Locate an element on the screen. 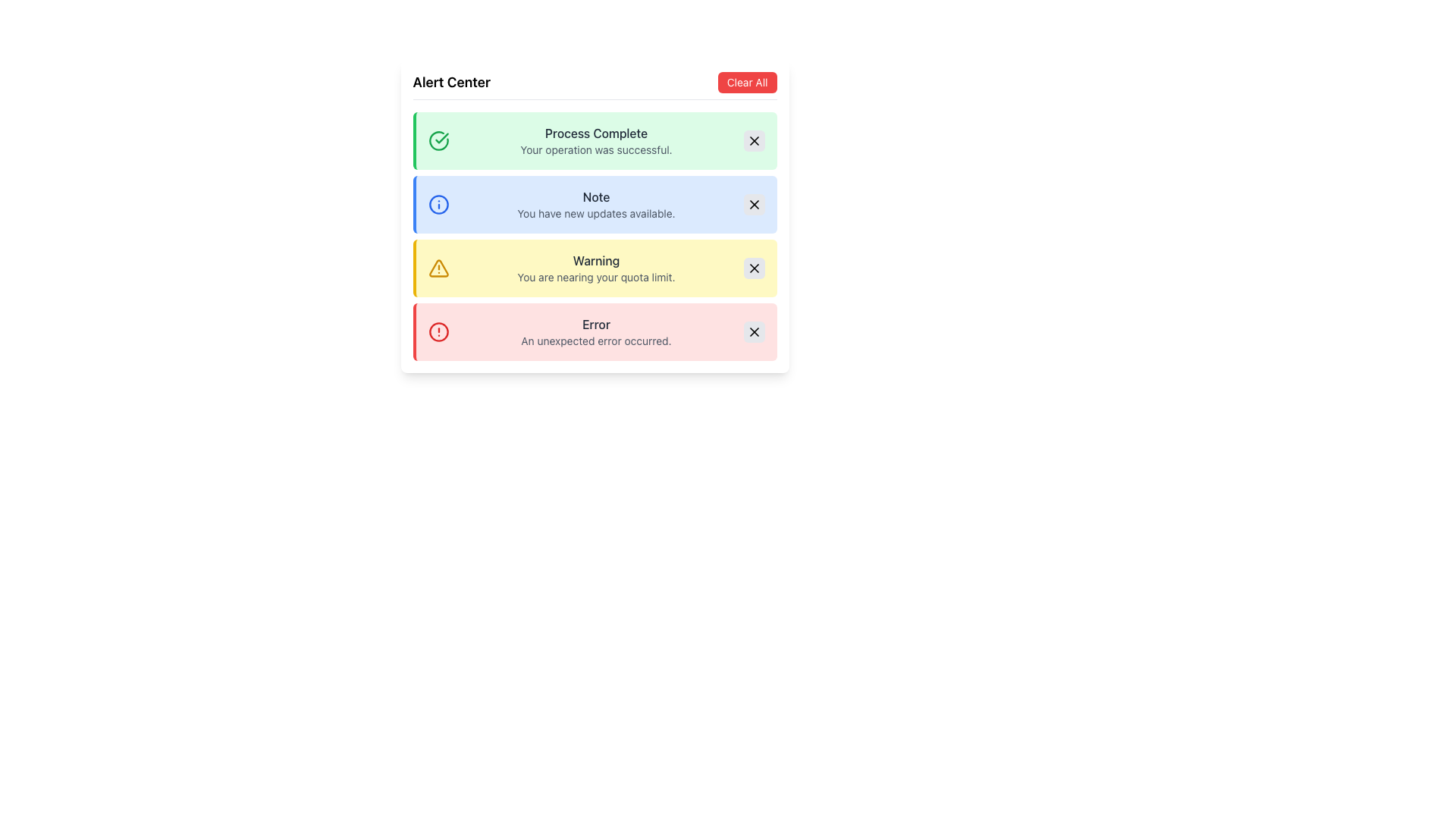 The image size is (1456, 819). the close button represented by a bold 'X' icon in the top-right corner of the notification block with a green background is located at coordinates (754, 140).